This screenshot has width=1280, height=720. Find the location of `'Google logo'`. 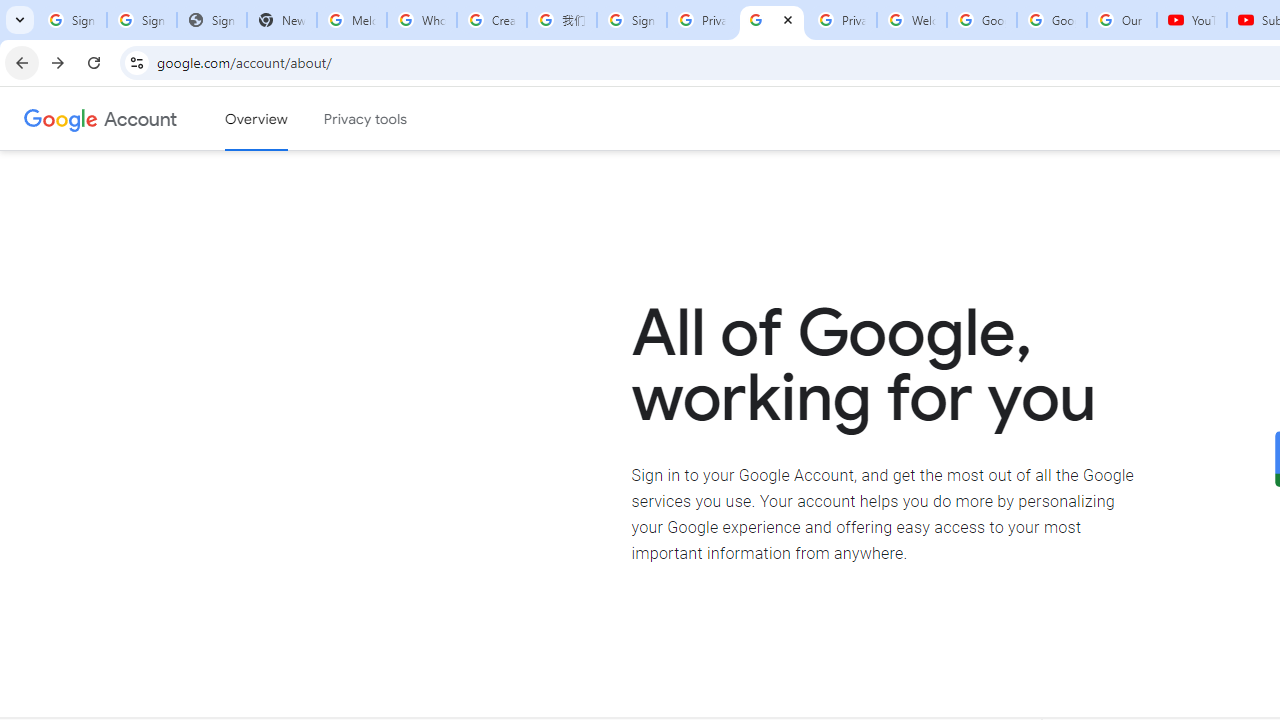

'Google logo' is located at coordinates (61, 118).